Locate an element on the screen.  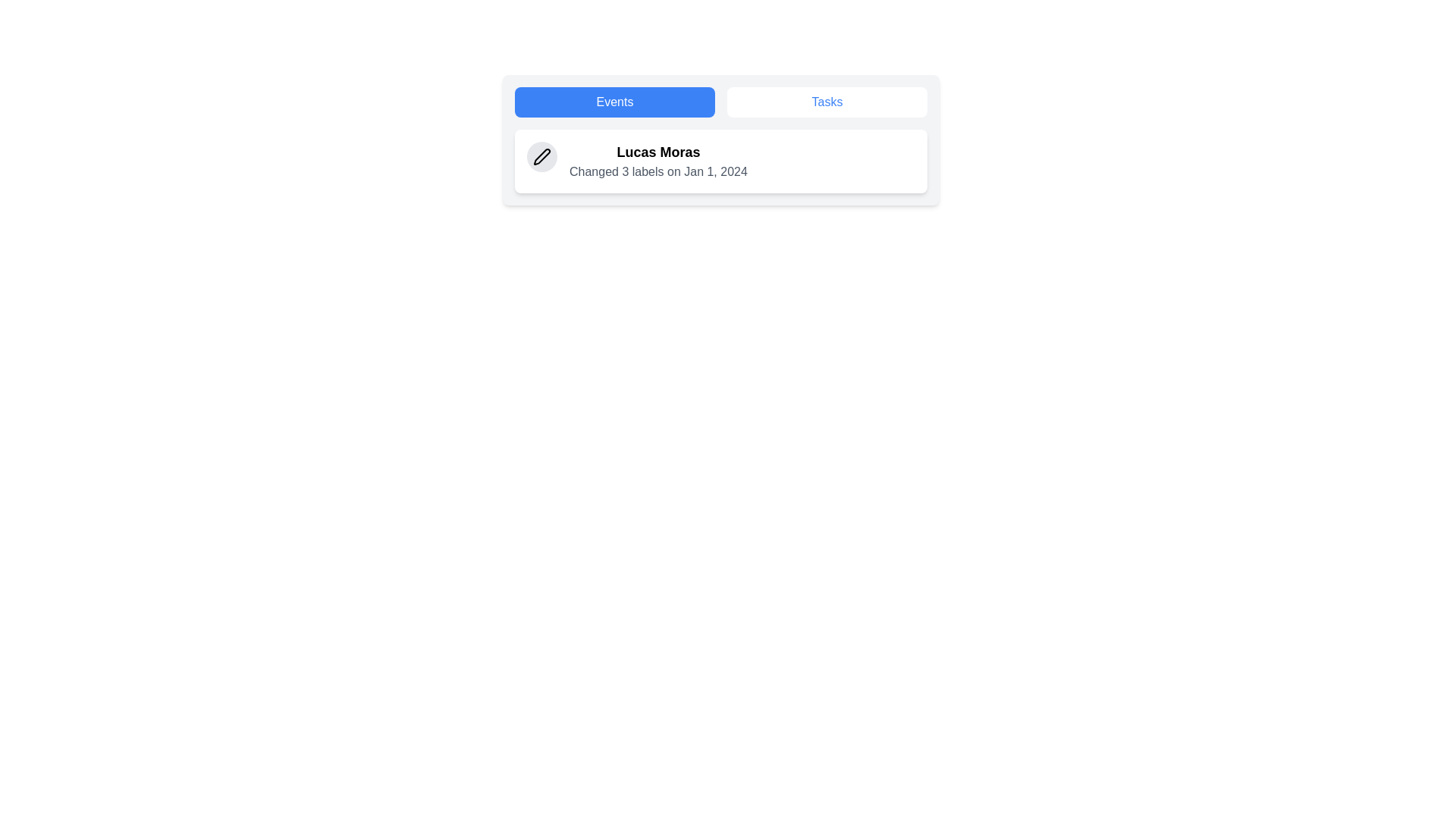
the button located to the left of the text 'Lucas Moras Changed 3 labels on Jan 1, 2024' is located at coordinates (542, 157).